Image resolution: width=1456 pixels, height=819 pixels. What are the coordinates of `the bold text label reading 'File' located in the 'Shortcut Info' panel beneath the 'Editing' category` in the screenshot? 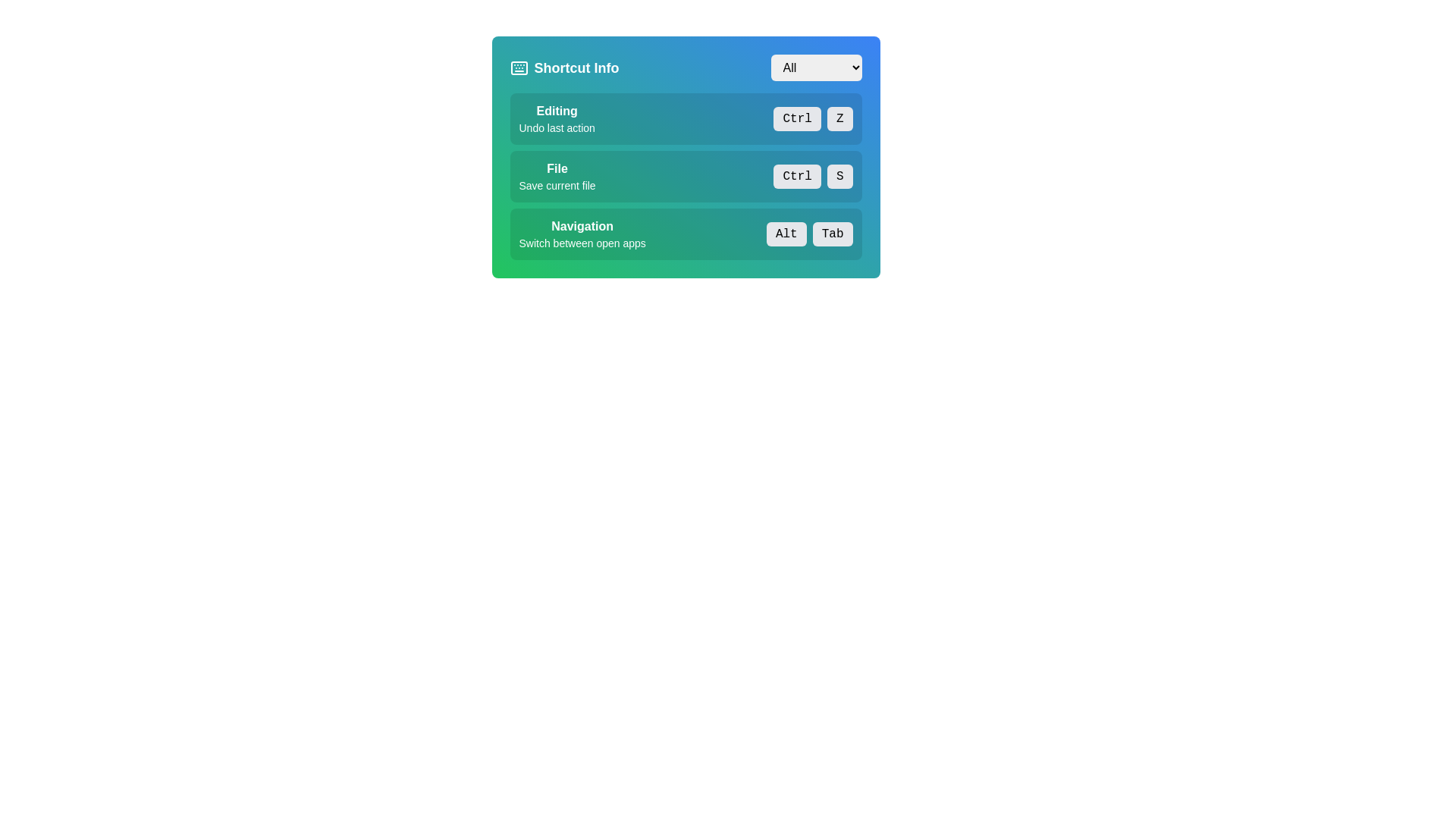 It's located at (557, 169).